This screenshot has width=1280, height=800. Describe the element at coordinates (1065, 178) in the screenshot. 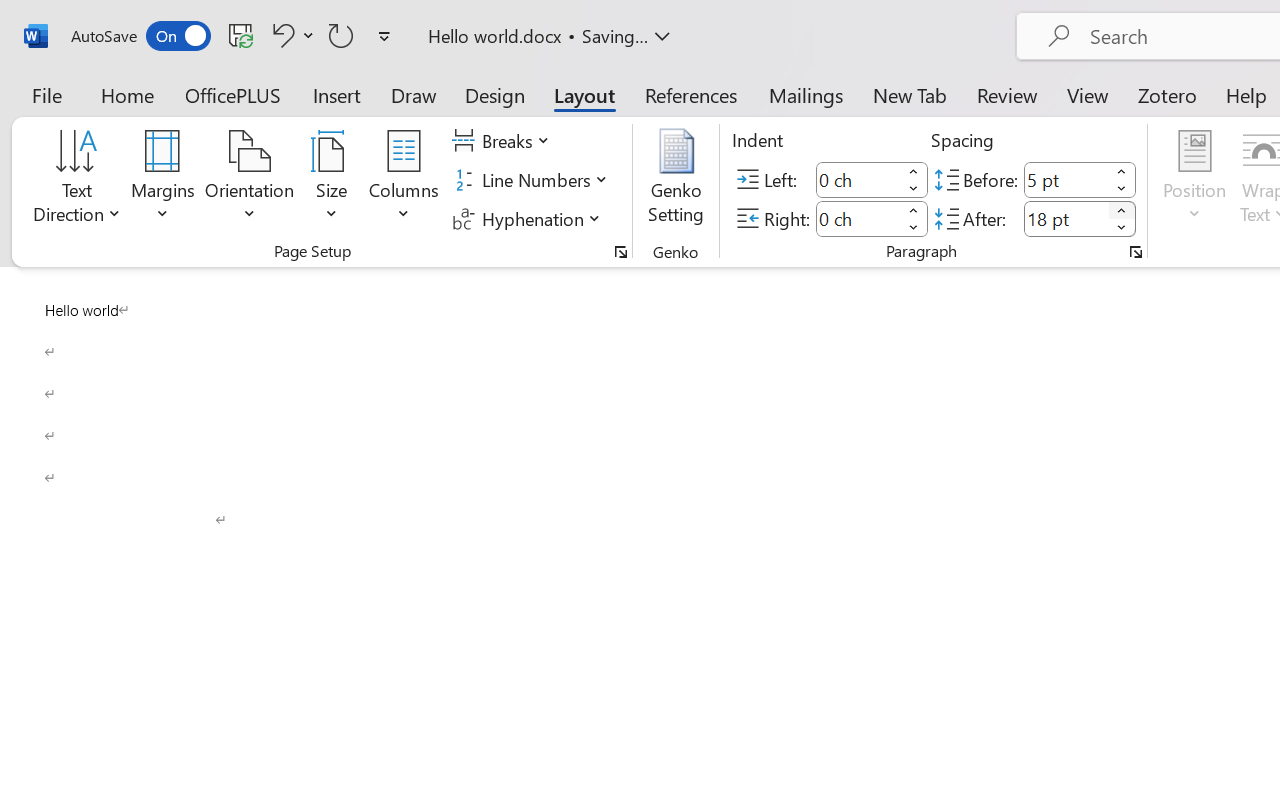

I see `'Spacing Before'` at that location.